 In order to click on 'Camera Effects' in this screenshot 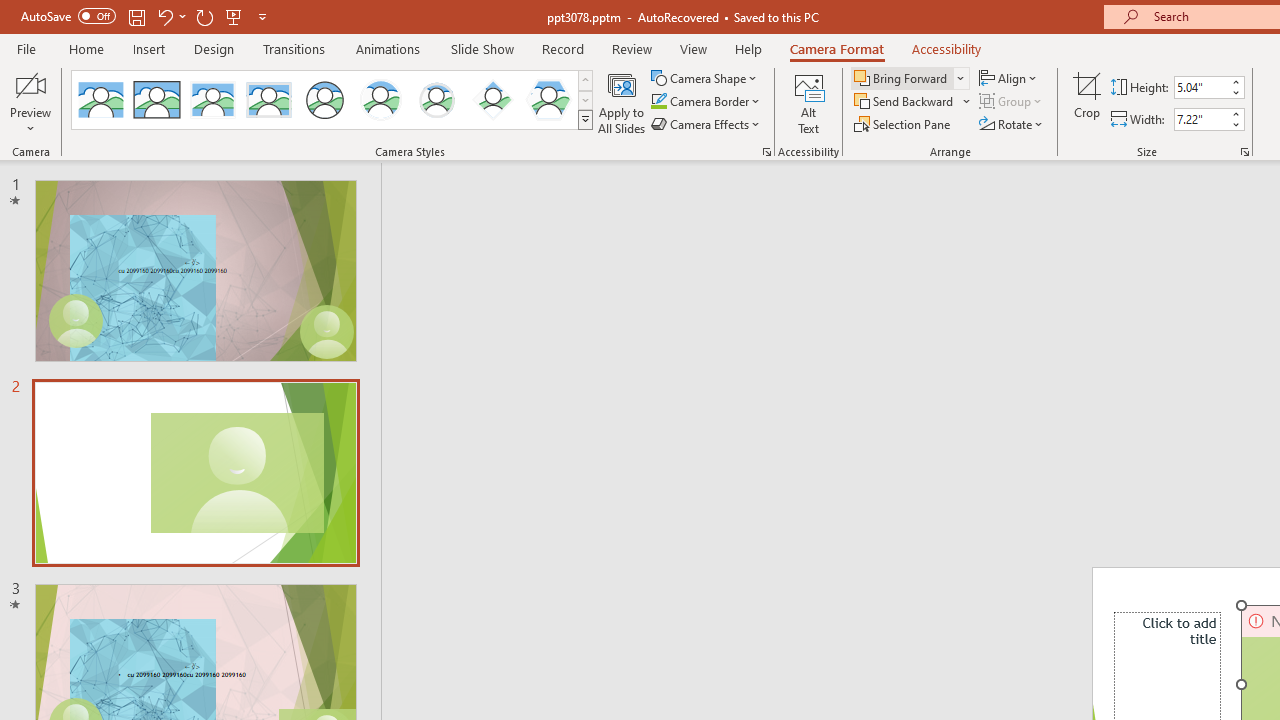, I will do `click(707, 124)`.